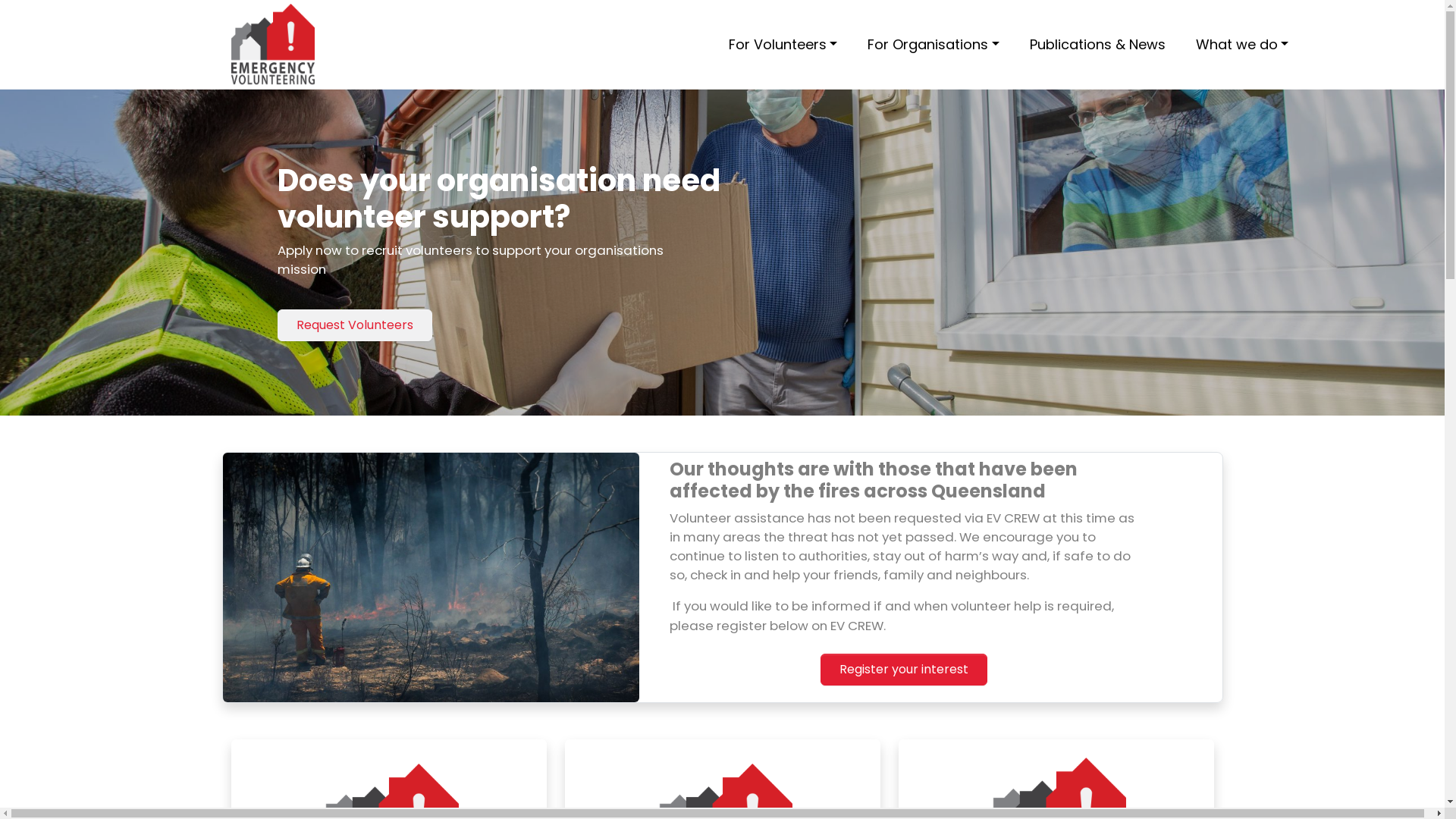 This screenshot has height=819, width=1456. What do you see at coordinates (353, 324) in the screenshot?
I see `'Request Volunteers'` at bounding box center [353, 324].